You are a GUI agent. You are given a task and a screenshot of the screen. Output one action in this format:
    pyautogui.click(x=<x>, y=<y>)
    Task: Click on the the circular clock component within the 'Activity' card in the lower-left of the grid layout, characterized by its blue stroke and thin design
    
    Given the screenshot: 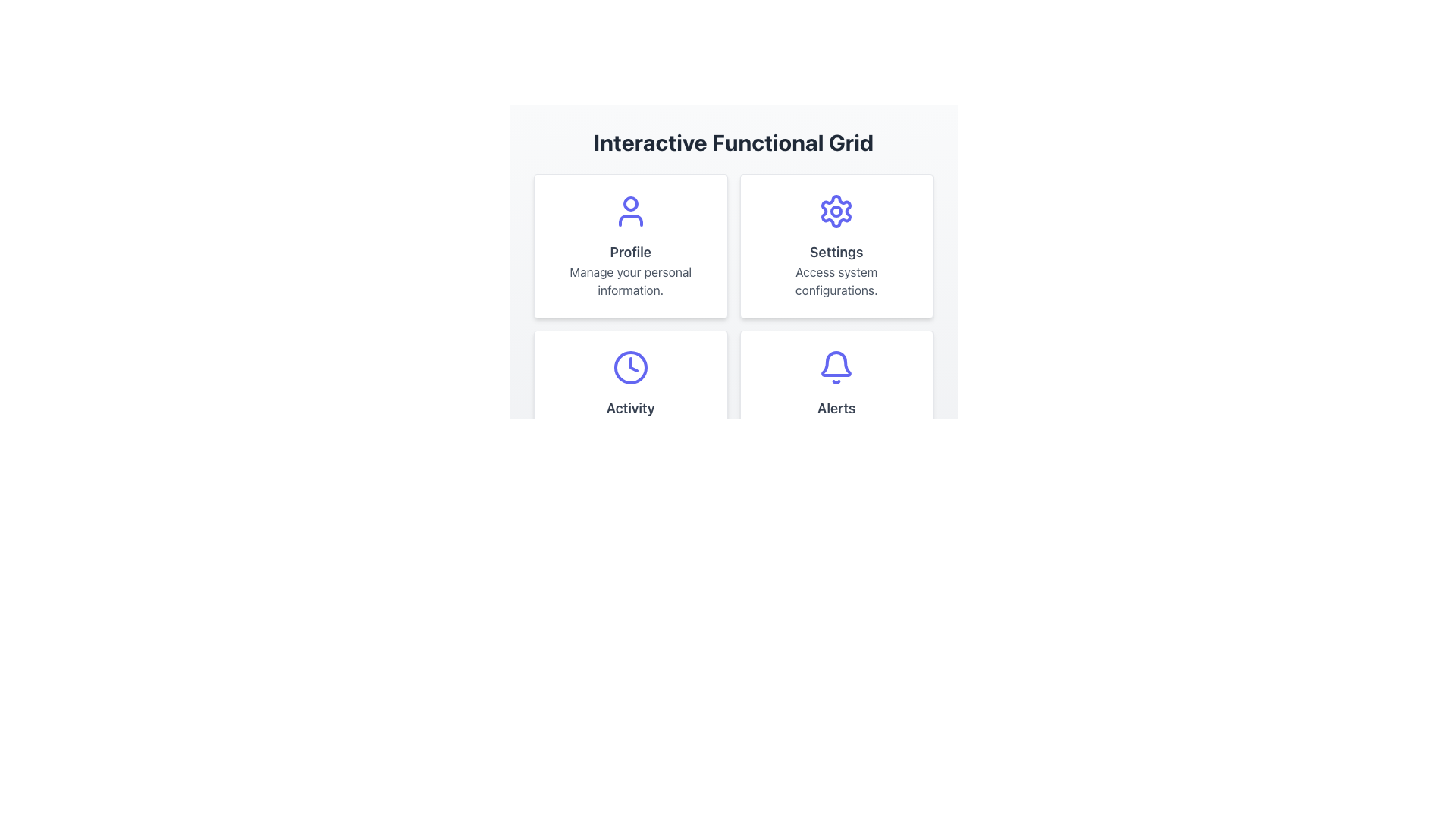 What is the action you would take?
    pyautogui.click(x=630, y=368)
    